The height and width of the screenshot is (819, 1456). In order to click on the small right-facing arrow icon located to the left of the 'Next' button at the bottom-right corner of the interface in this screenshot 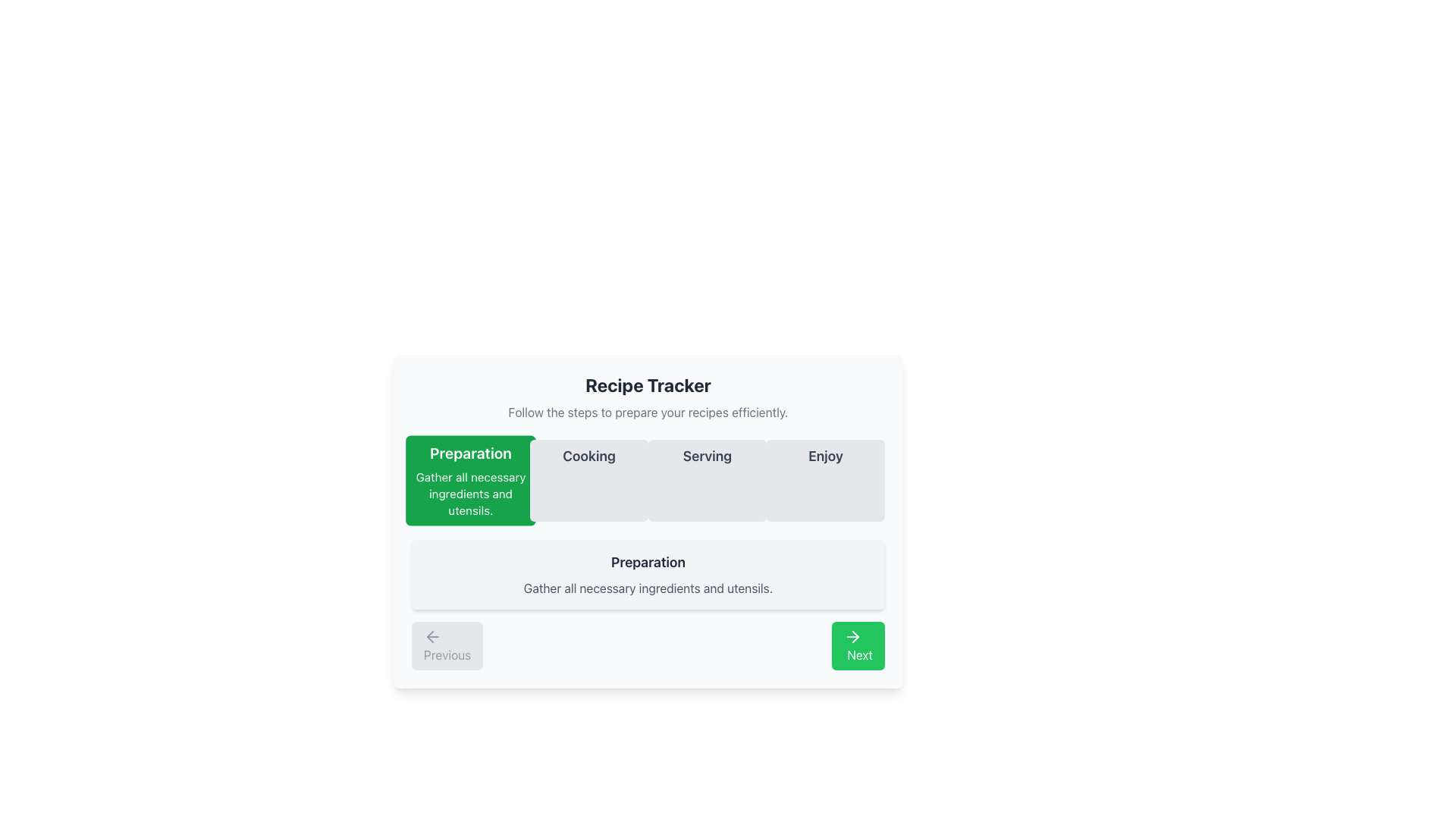, I will do `click(855, 637)`.